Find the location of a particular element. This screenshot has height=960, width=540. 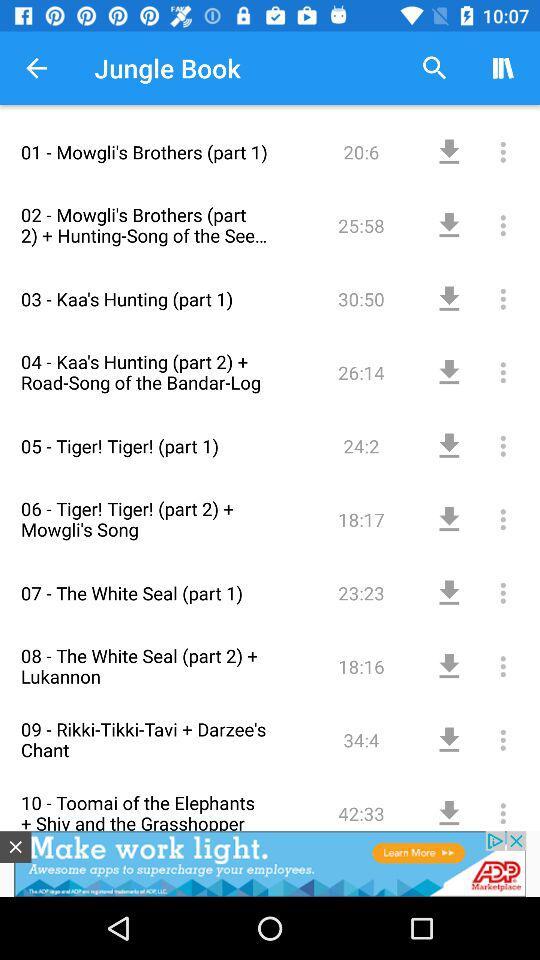

the close icon is located at coordinates (14, 846).